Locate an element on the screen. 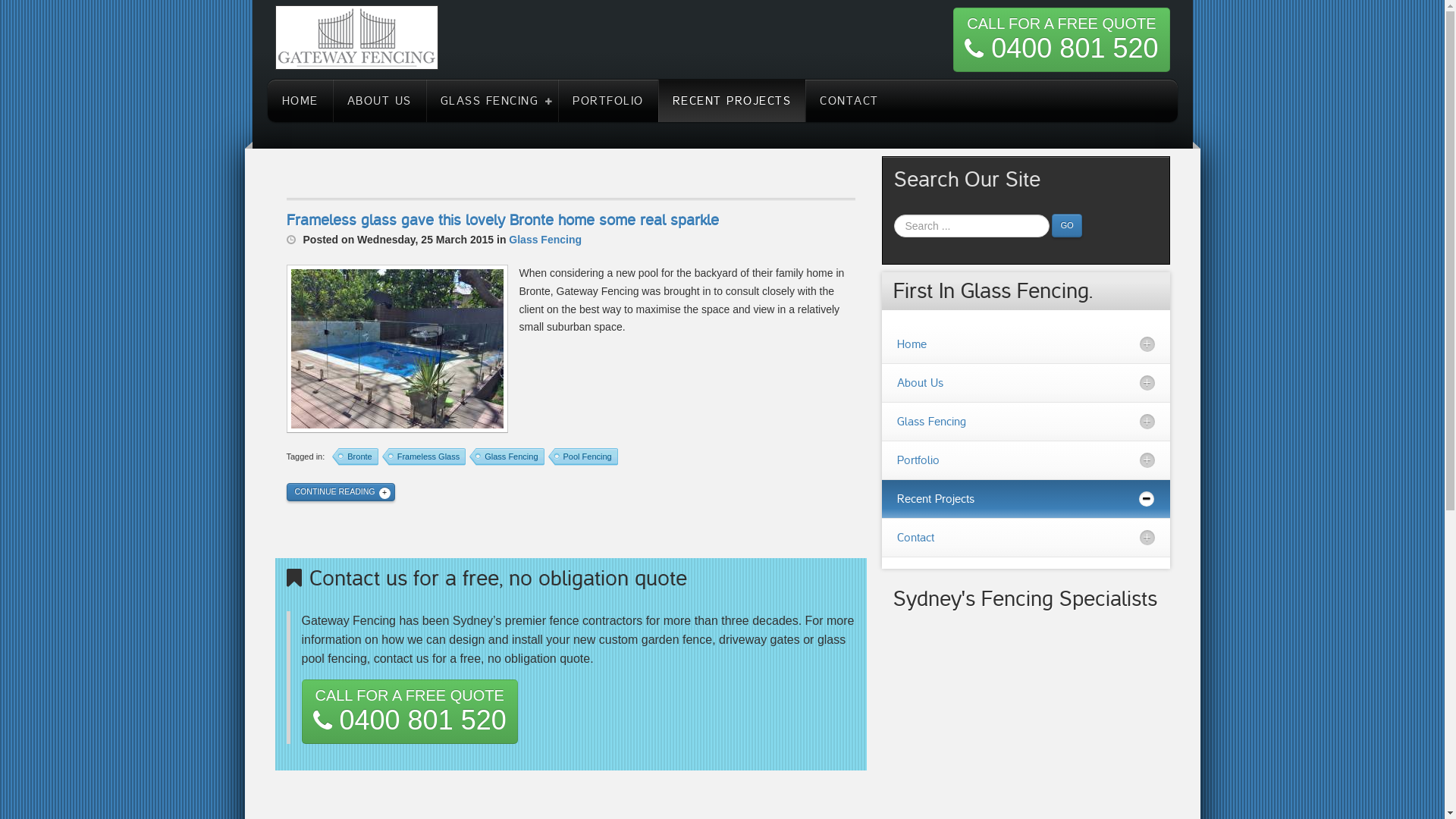 Image resolution: width=1456 pixels, height=819 pixels. 'GLASS FENCING' is located at coordinates (492, 100).